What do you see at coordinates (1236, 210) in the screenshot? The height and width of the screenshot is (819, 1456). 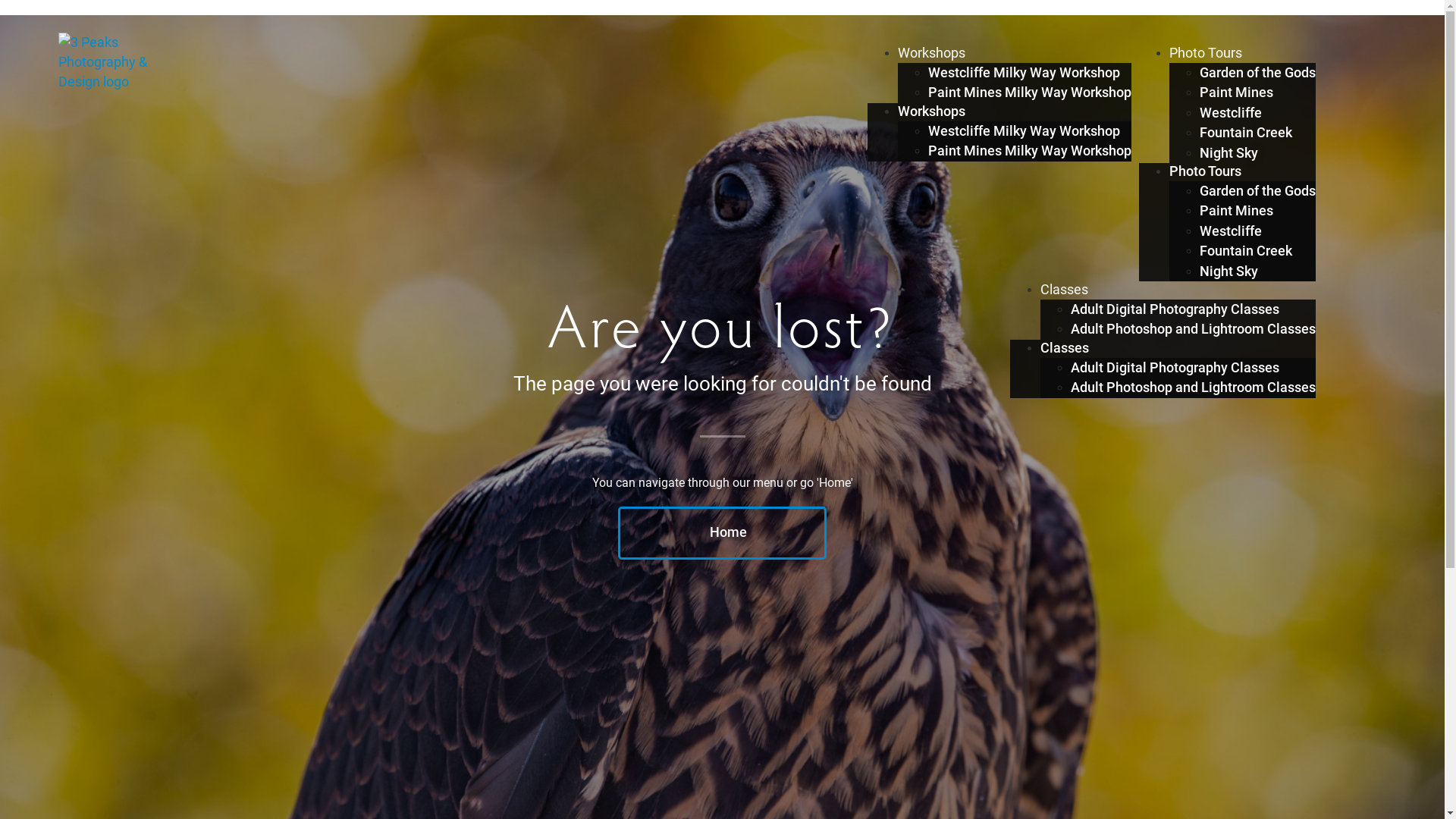 I see `'Paint Mines'` at bounding box center [1236, 210].